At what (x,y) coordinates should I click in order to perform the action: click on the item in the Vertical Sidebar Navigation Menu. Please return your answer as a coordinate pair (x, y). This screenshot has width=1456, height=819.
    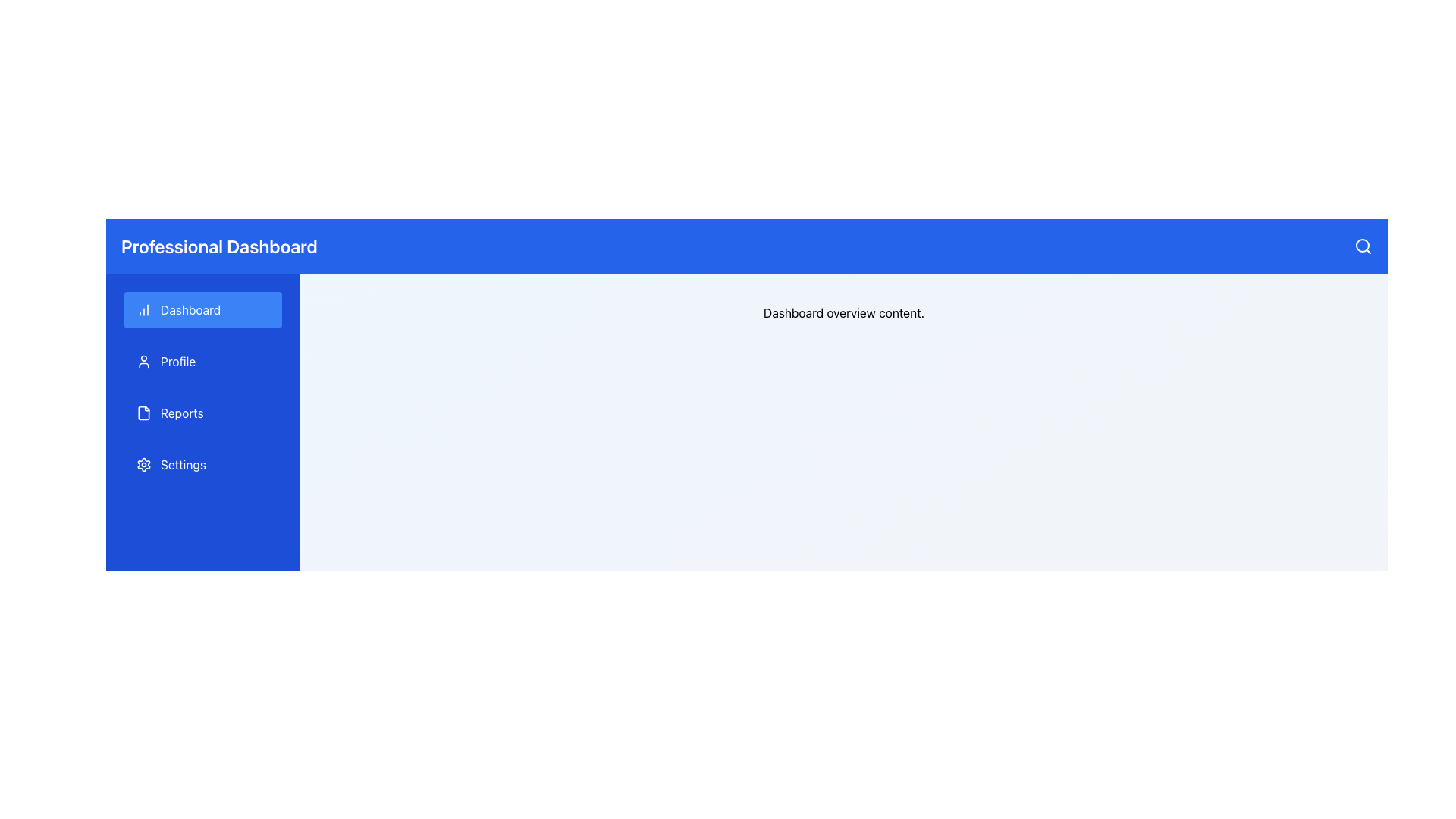
    Looking at the image, I should click on (202, 386).